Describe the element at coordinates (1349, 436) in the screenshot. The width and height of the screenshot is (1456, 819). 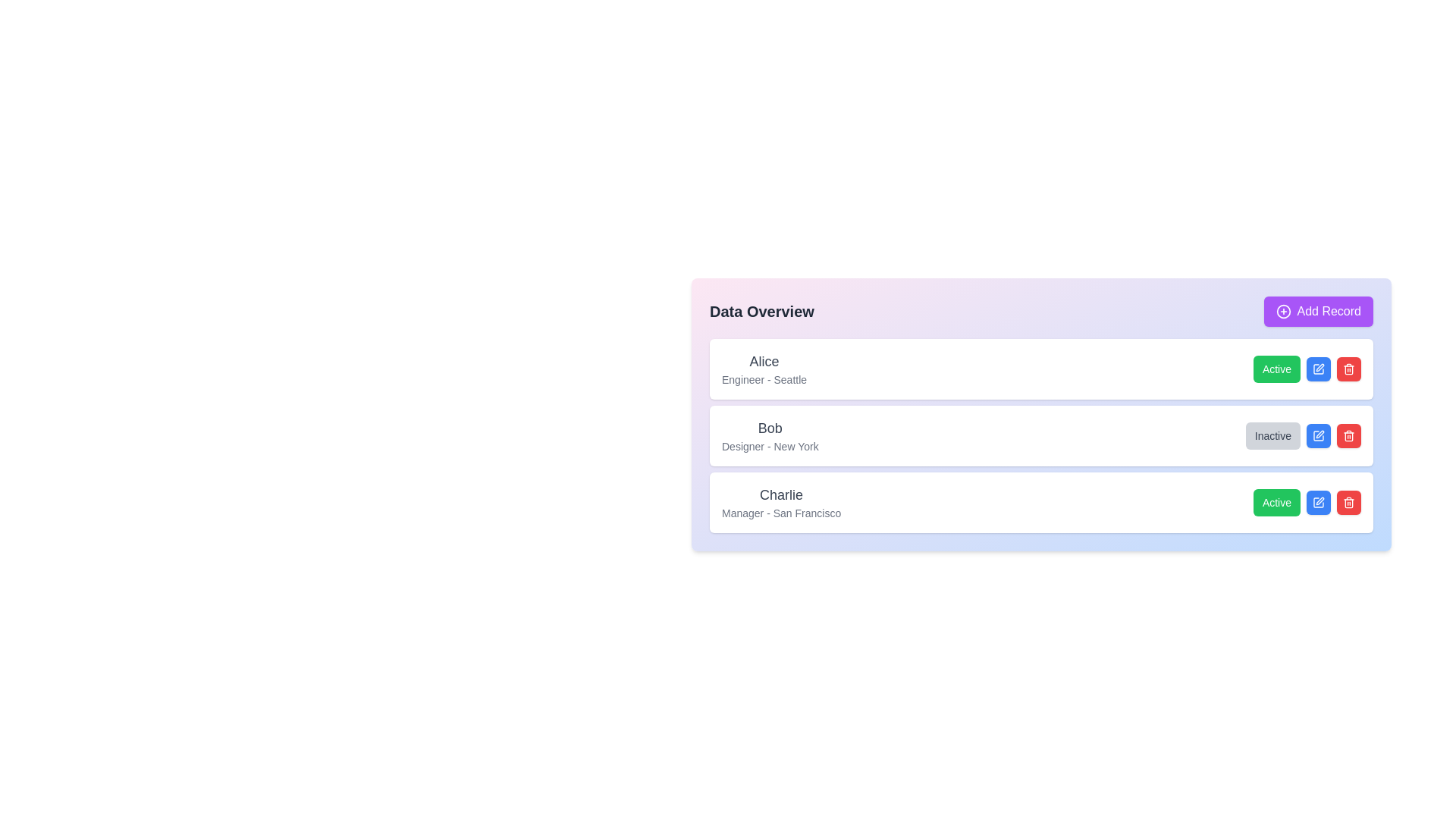
I see `the middle segment of the trash can icon, which is a trapezoidal shape with rounded corners, located in the far-right of the 'Bob' user entry row` at that location.